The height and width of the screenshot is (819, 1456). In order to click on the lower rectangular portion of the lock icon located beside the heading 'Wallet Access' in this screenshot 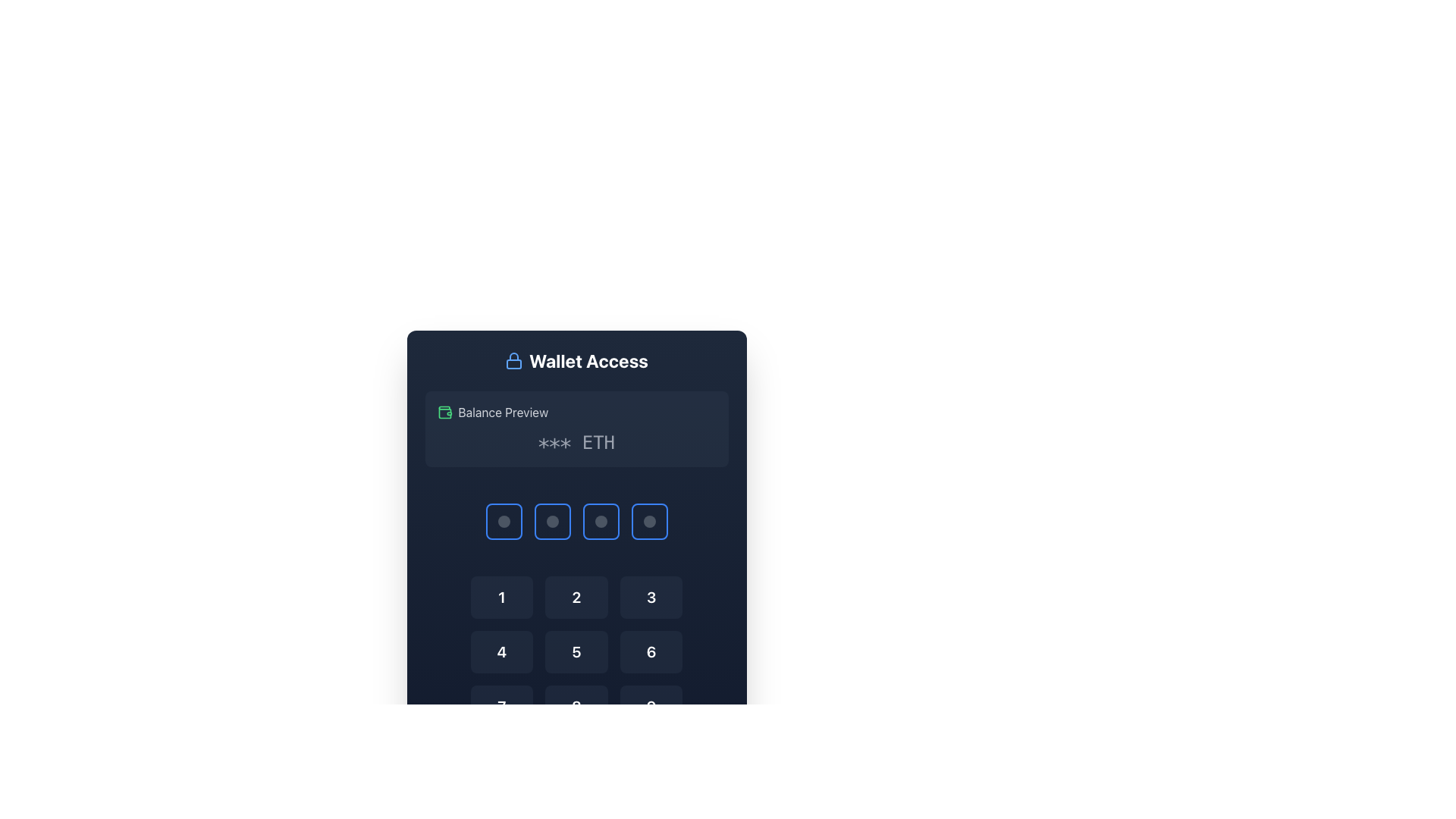, I will do `click(514, 364)`.